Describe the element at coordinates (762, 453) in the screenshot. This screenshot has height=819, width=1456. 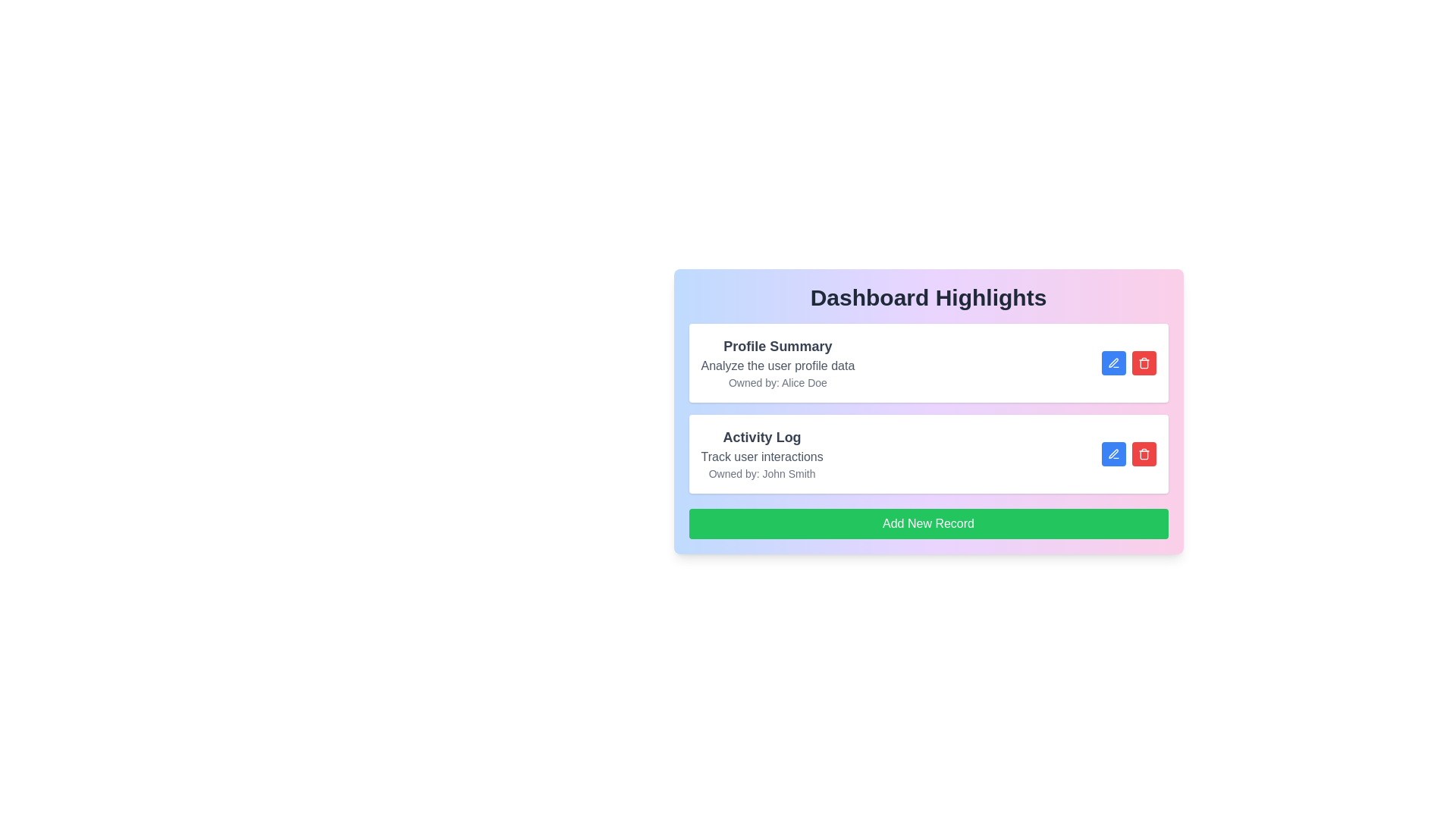
I see `the informational text block titled 'Activity Log' that contains the subtitle 'Track user interactions' and footnote 'Owned by: John Smith'` at that location.